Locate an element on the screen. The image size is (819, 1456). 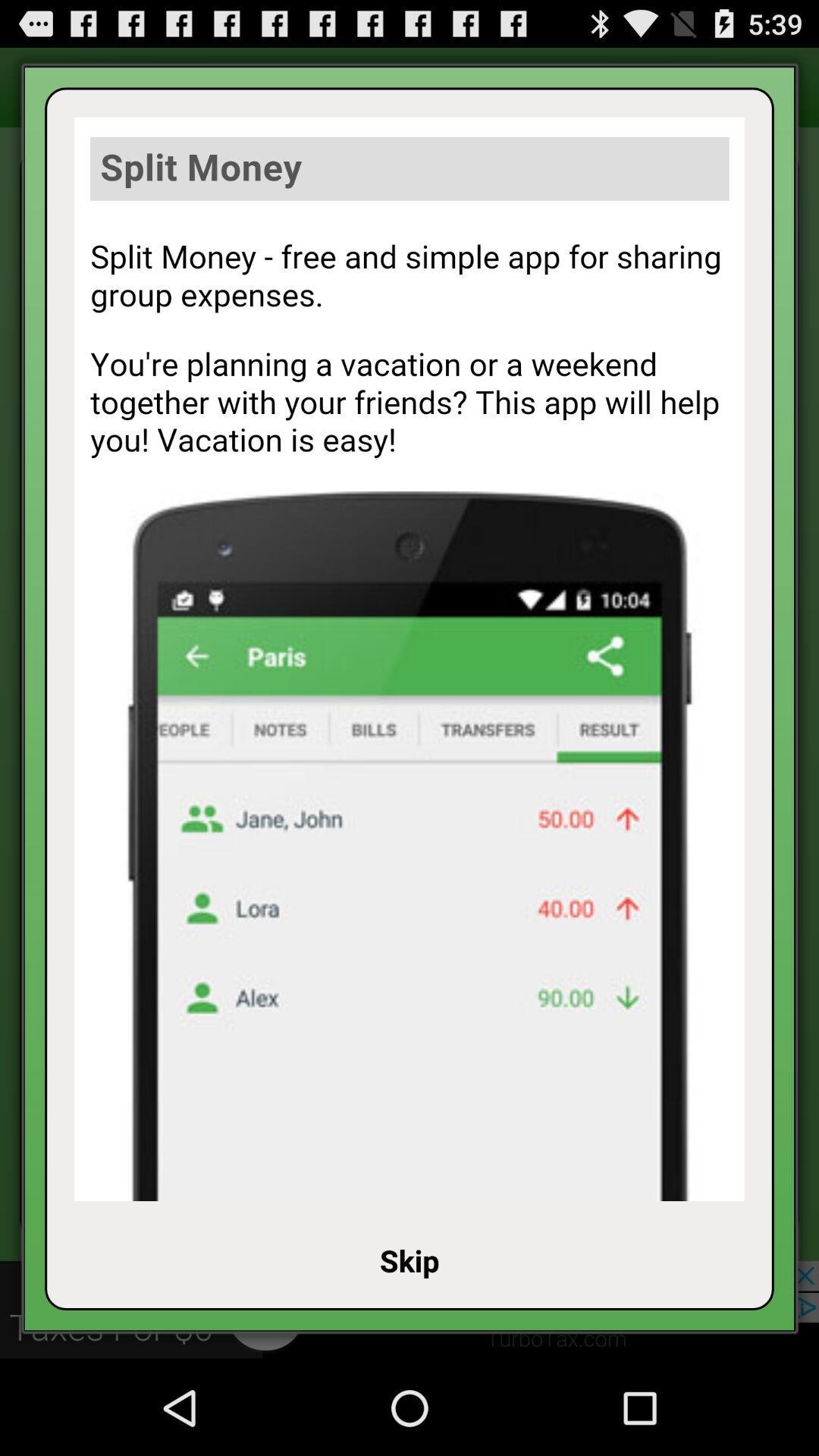
advertisement page is located at coordinates (409, 659).